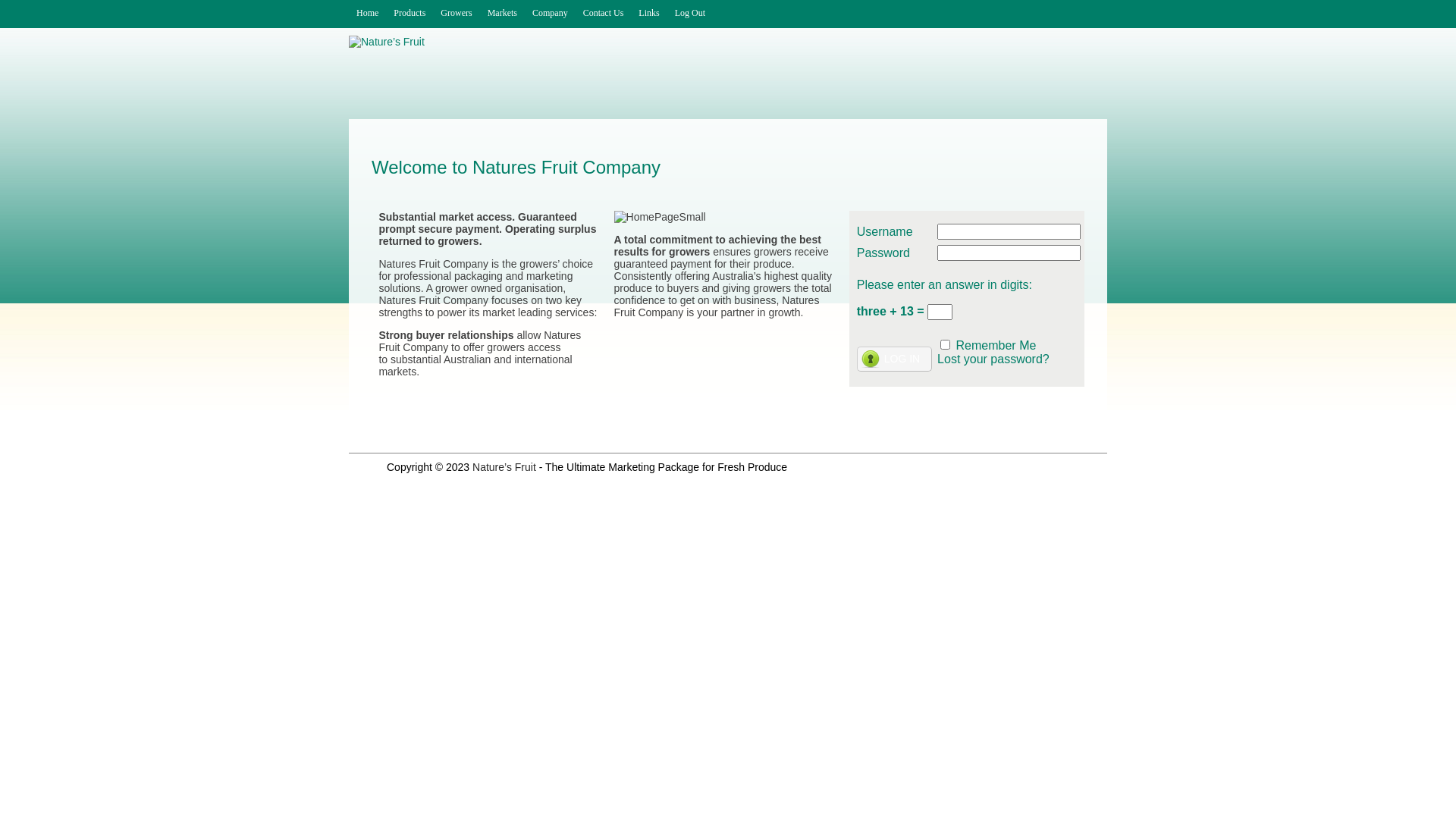 The image size is (1456, 819). What do you see at coordinates (409, 13) in the screenshot?
I see `'Products'` at bounding box center [409, 13].